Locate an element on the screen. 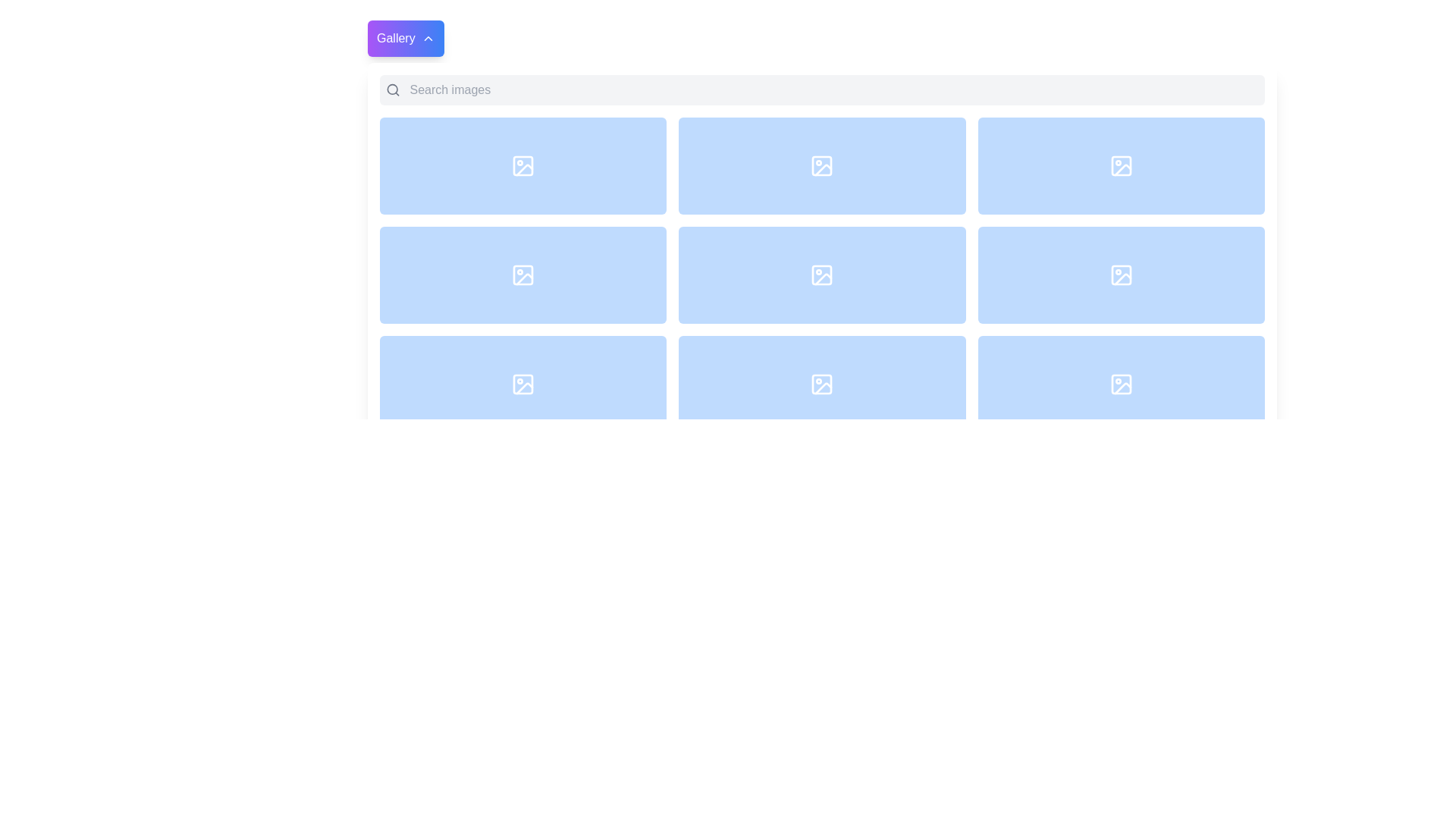  the small upward-facing chevron arrow icon located within the 'Gallery' button in the top-left corner of the interface is located at coordinates (427, 37).